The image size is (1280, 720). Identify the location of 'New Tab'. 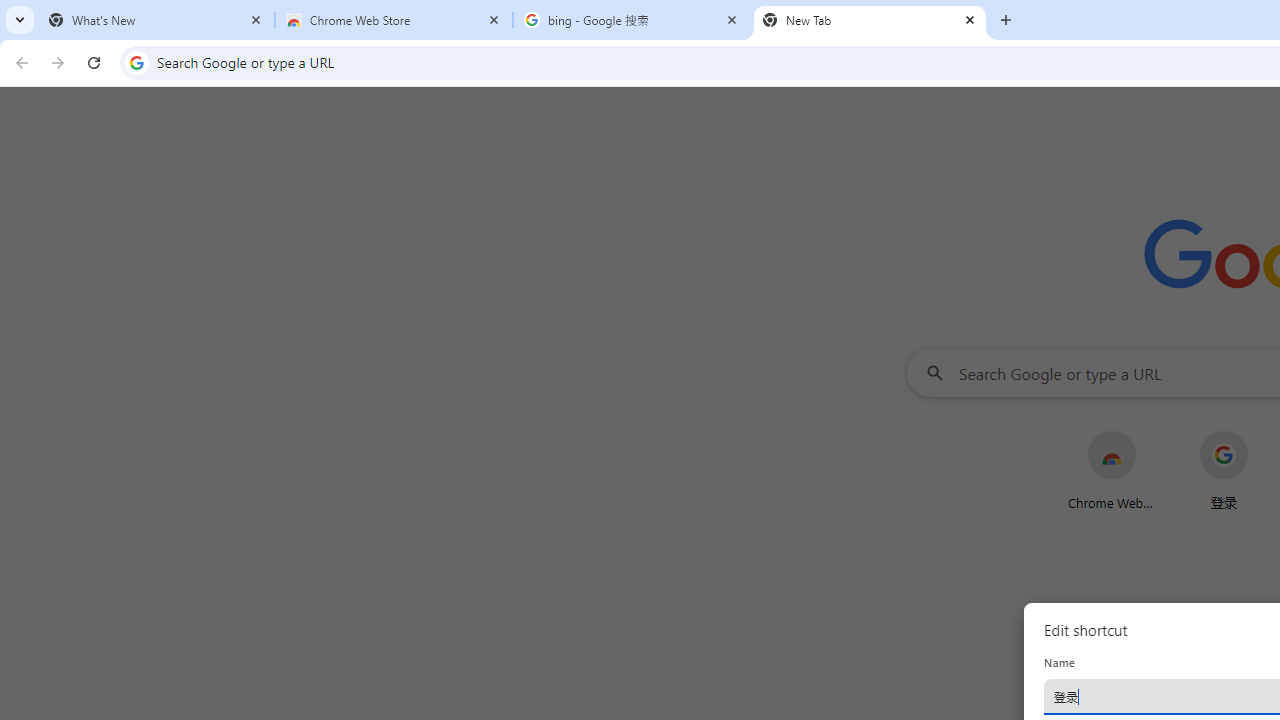
(870, 20).